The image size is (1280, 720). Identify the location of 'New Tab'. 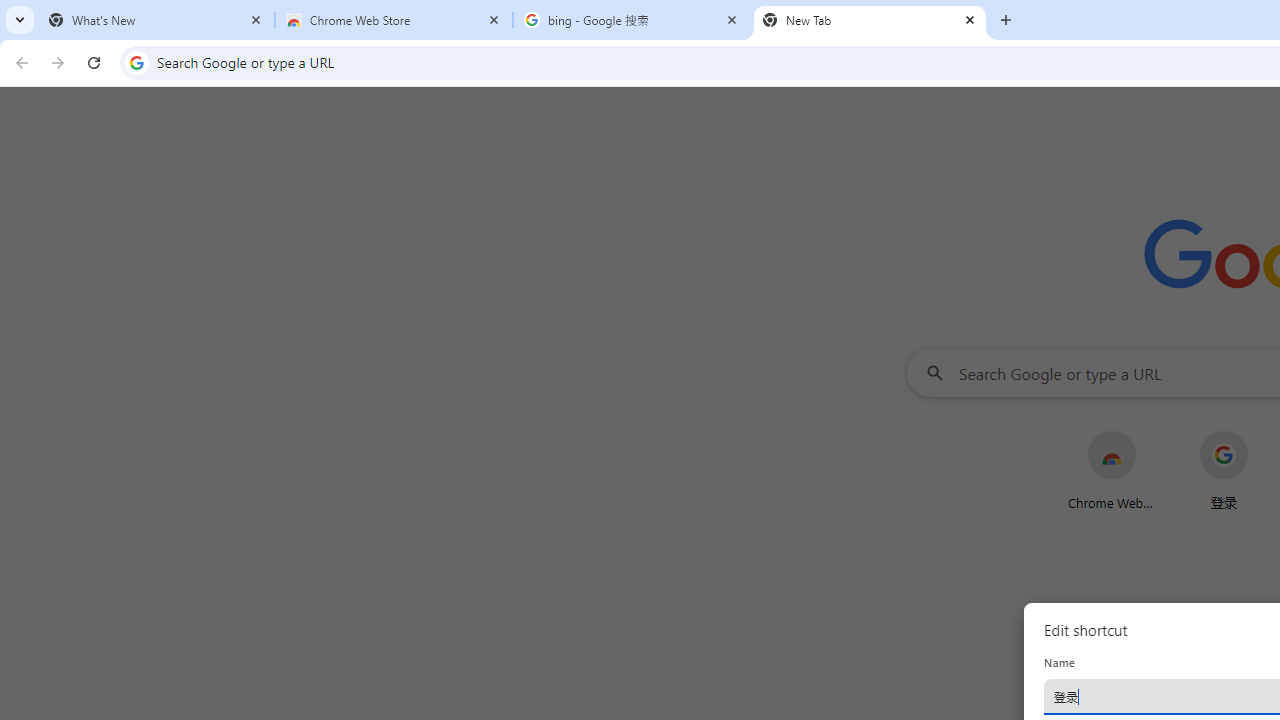
(870, 20).